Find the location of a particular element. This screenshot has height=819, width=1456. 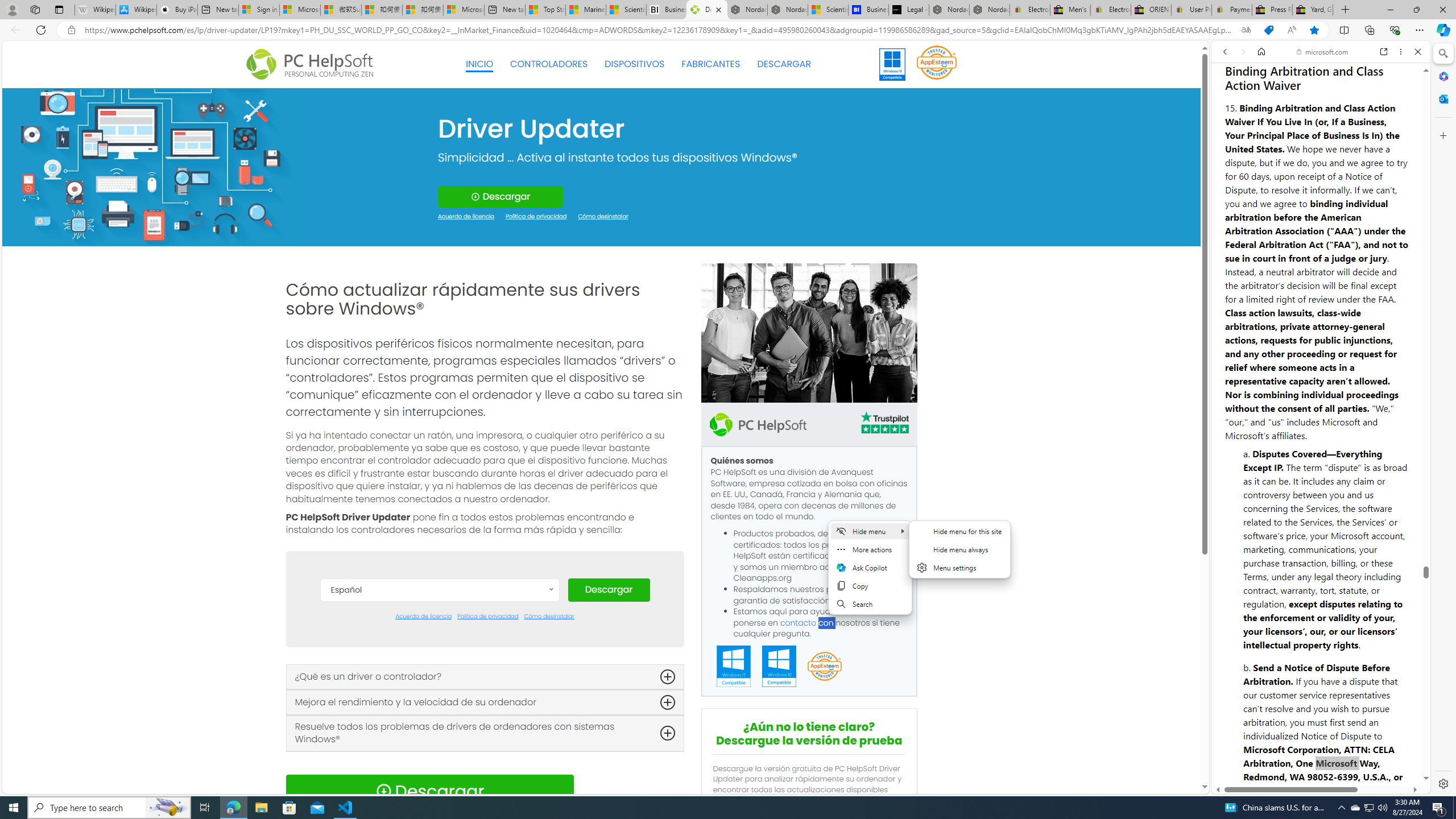

'DESCARGAR' is located at coordinates (783, 64).